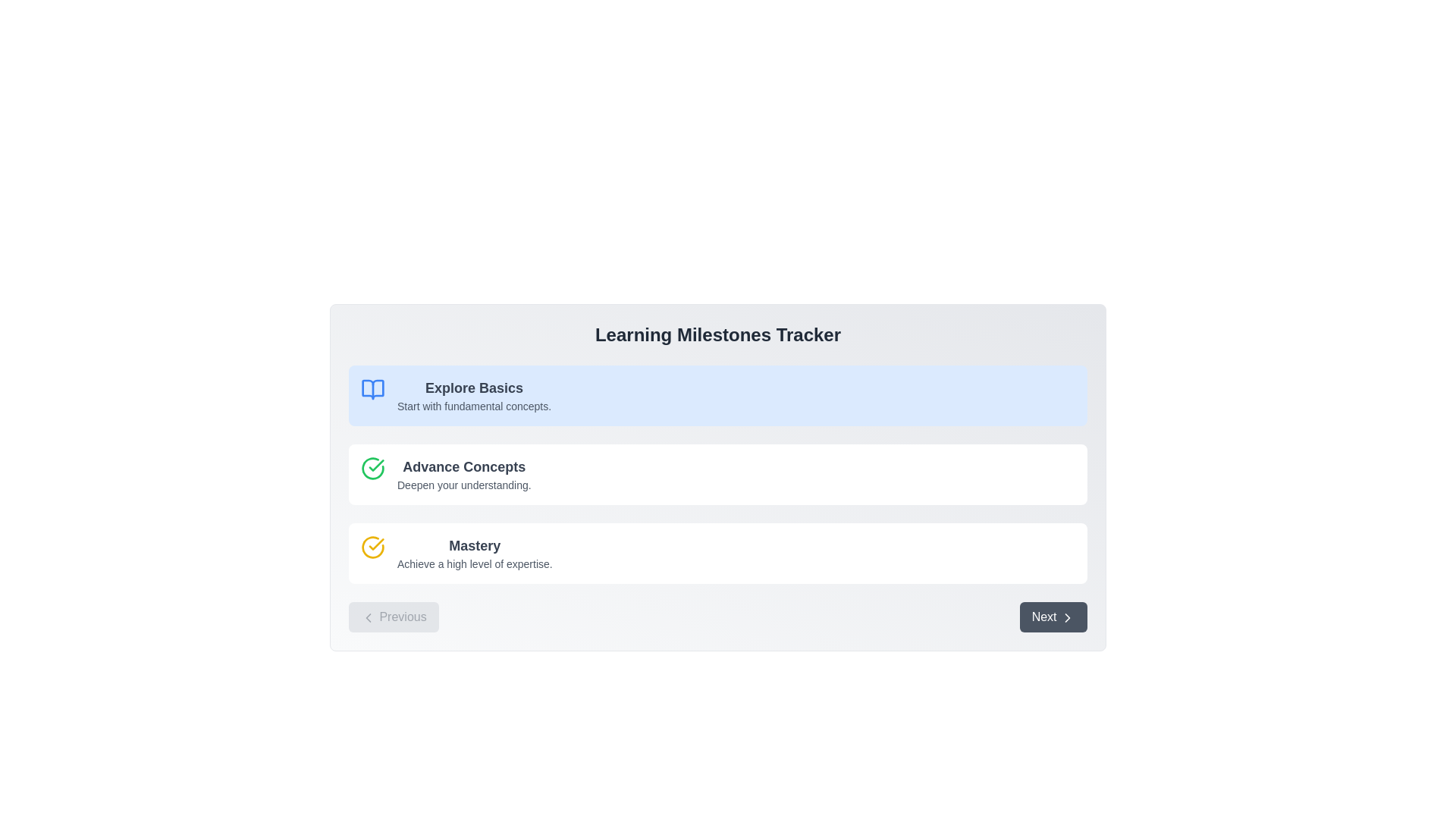  Describe the element at coordinates (1066, 617) in the screenshot. I see `the right-facing chevron icon located within the 'Next' button at the bottom-right corner` at that location.